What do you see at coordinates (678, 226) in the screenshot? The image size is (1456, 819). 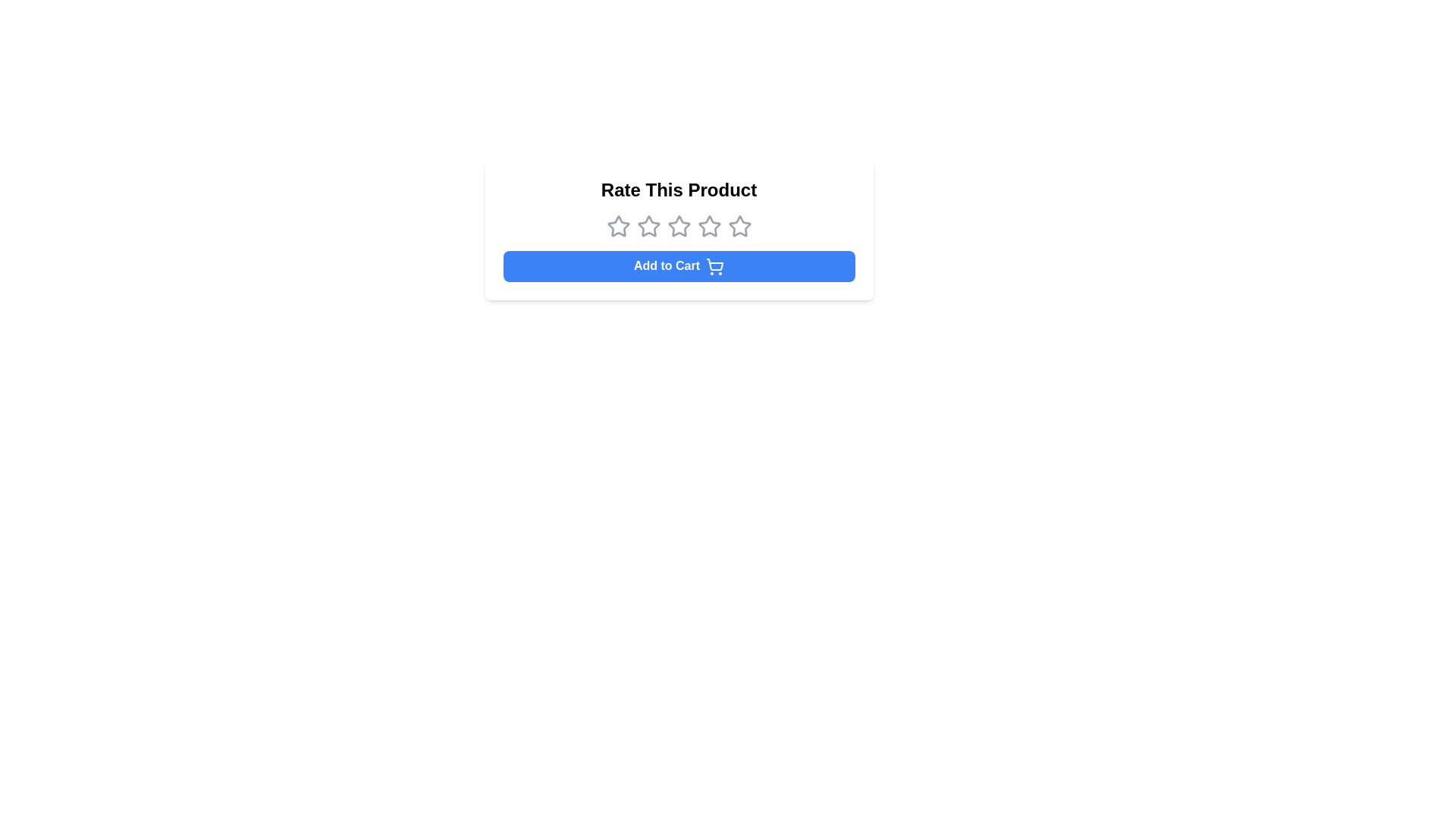 I see `the third star-shaped rating icon in the row of five stars` at bounding box center [678, 226].